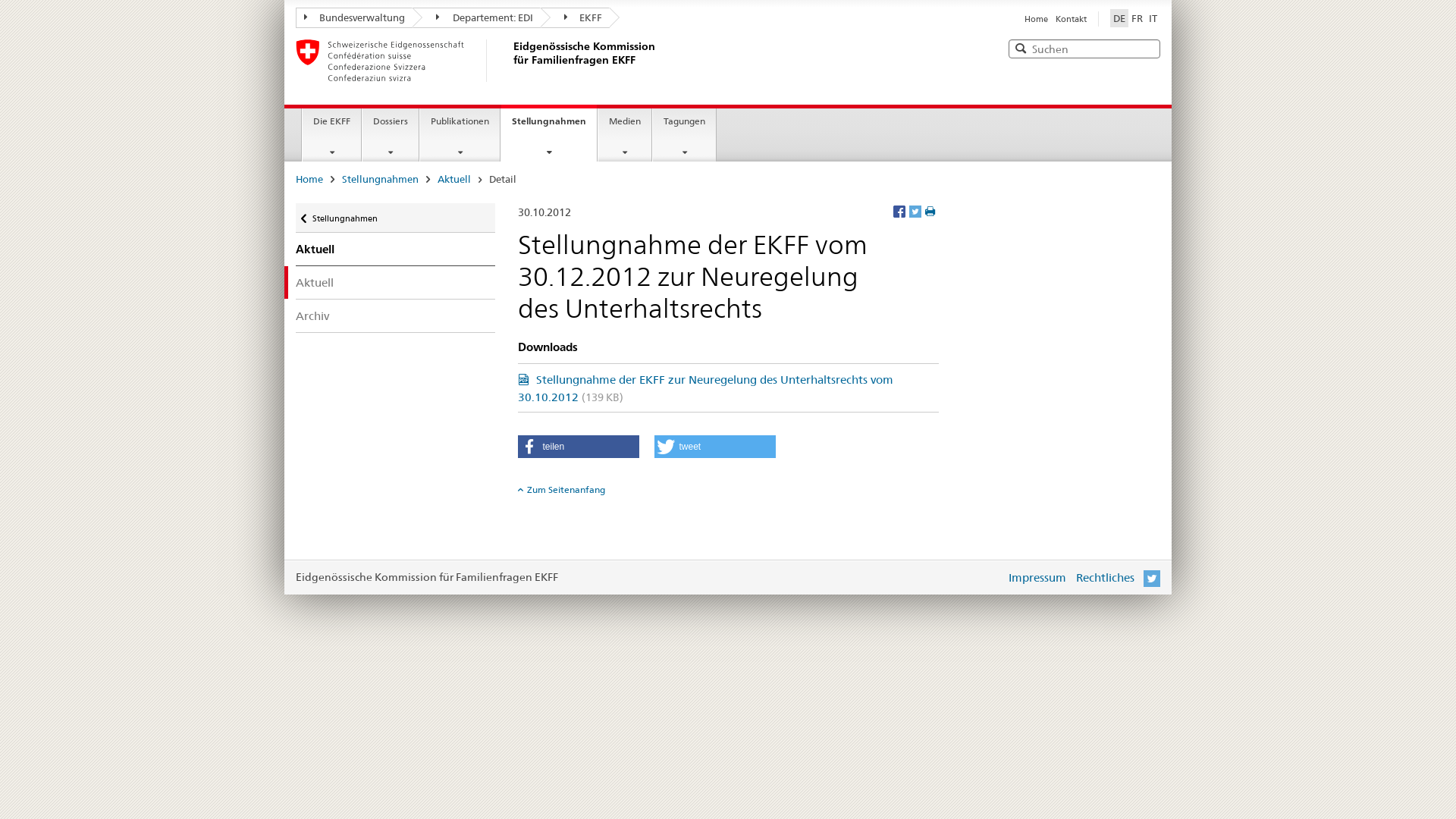  What do you see at coordinates (395, 218) in the screenshot?
I see `'Stellungnahmen'` at bounding box center [395, 218].